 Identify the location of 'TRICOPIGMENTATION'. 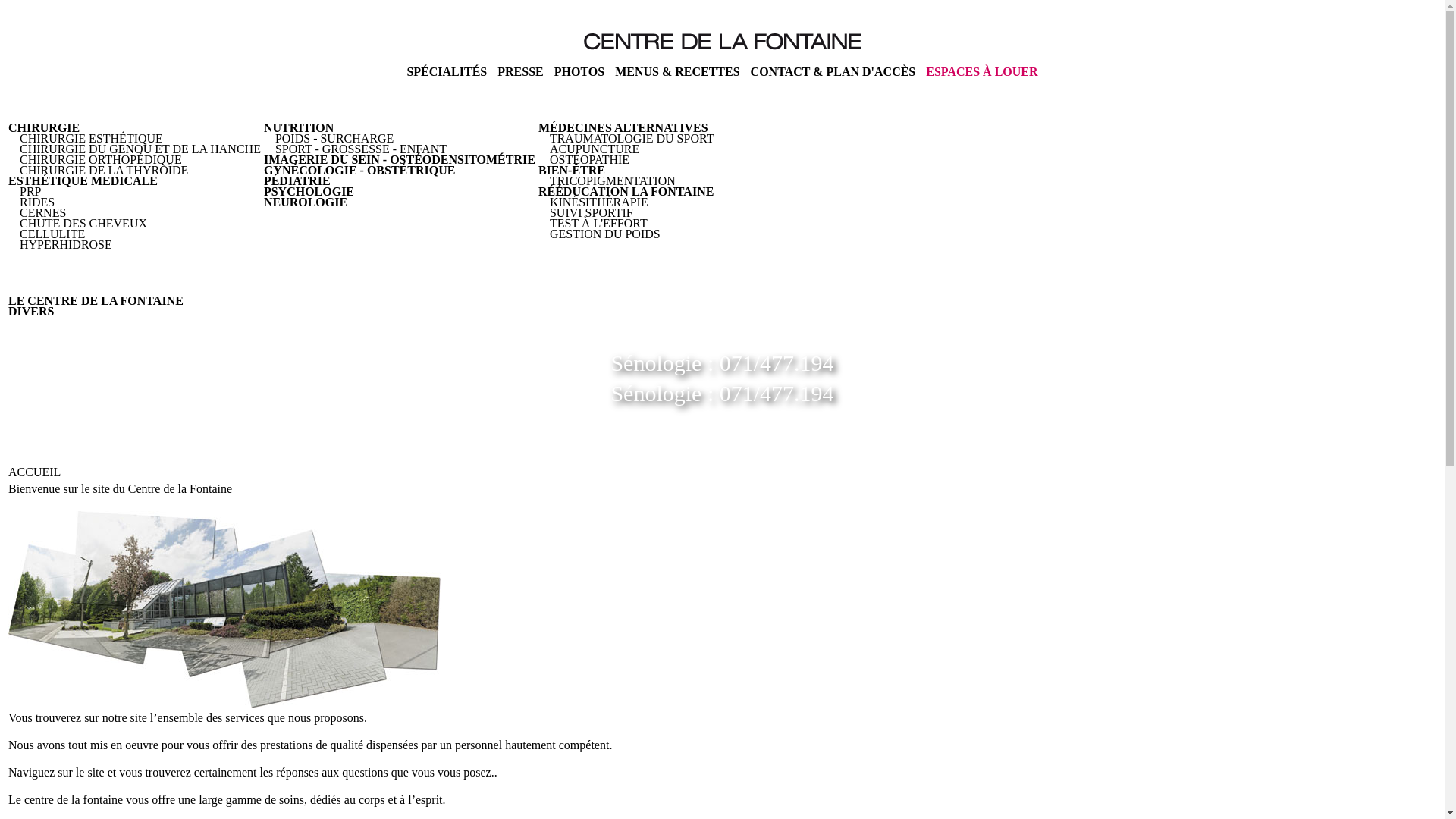
(612, 180).